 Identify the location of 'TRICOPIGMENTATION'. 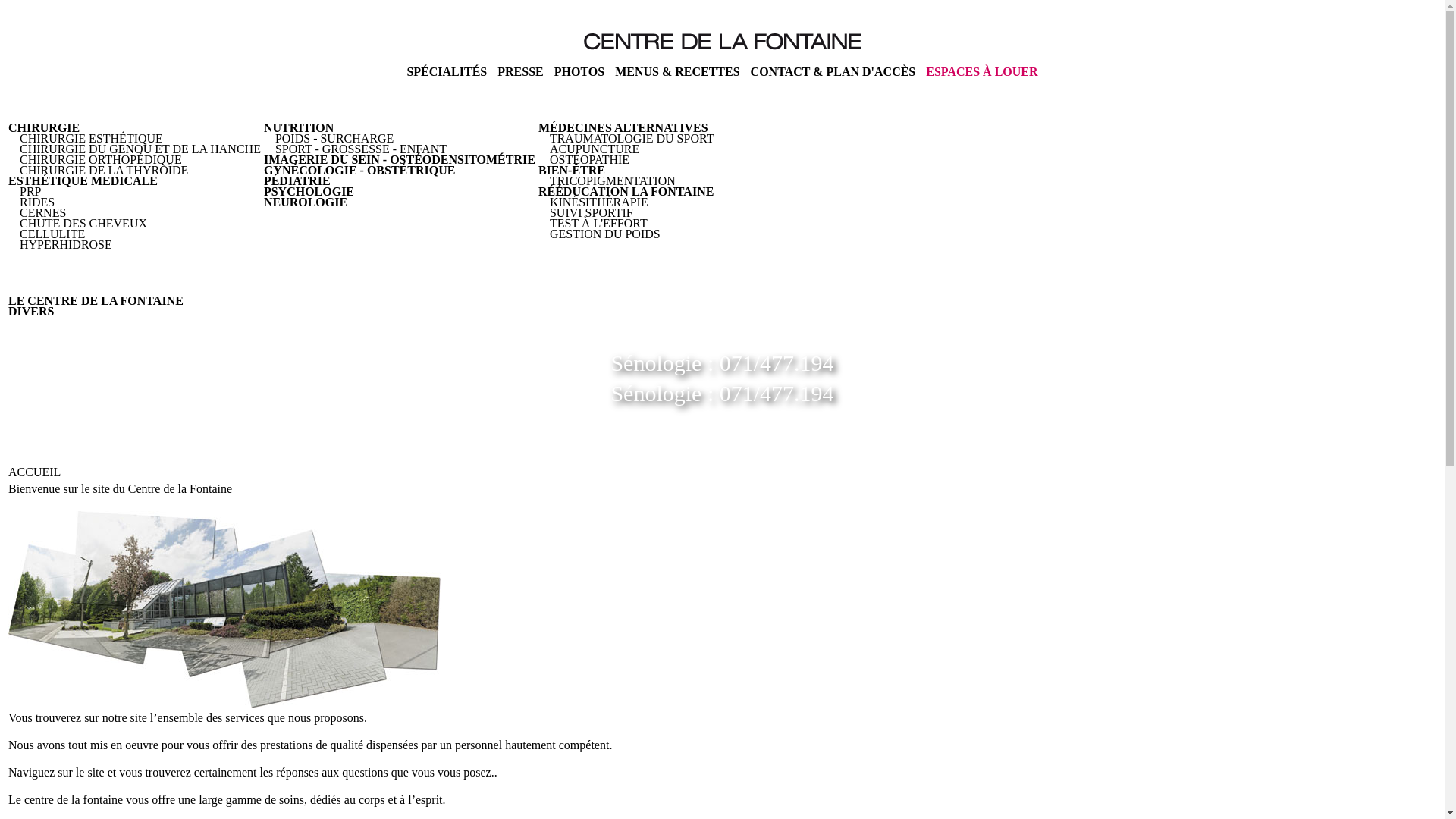
(612, 180).